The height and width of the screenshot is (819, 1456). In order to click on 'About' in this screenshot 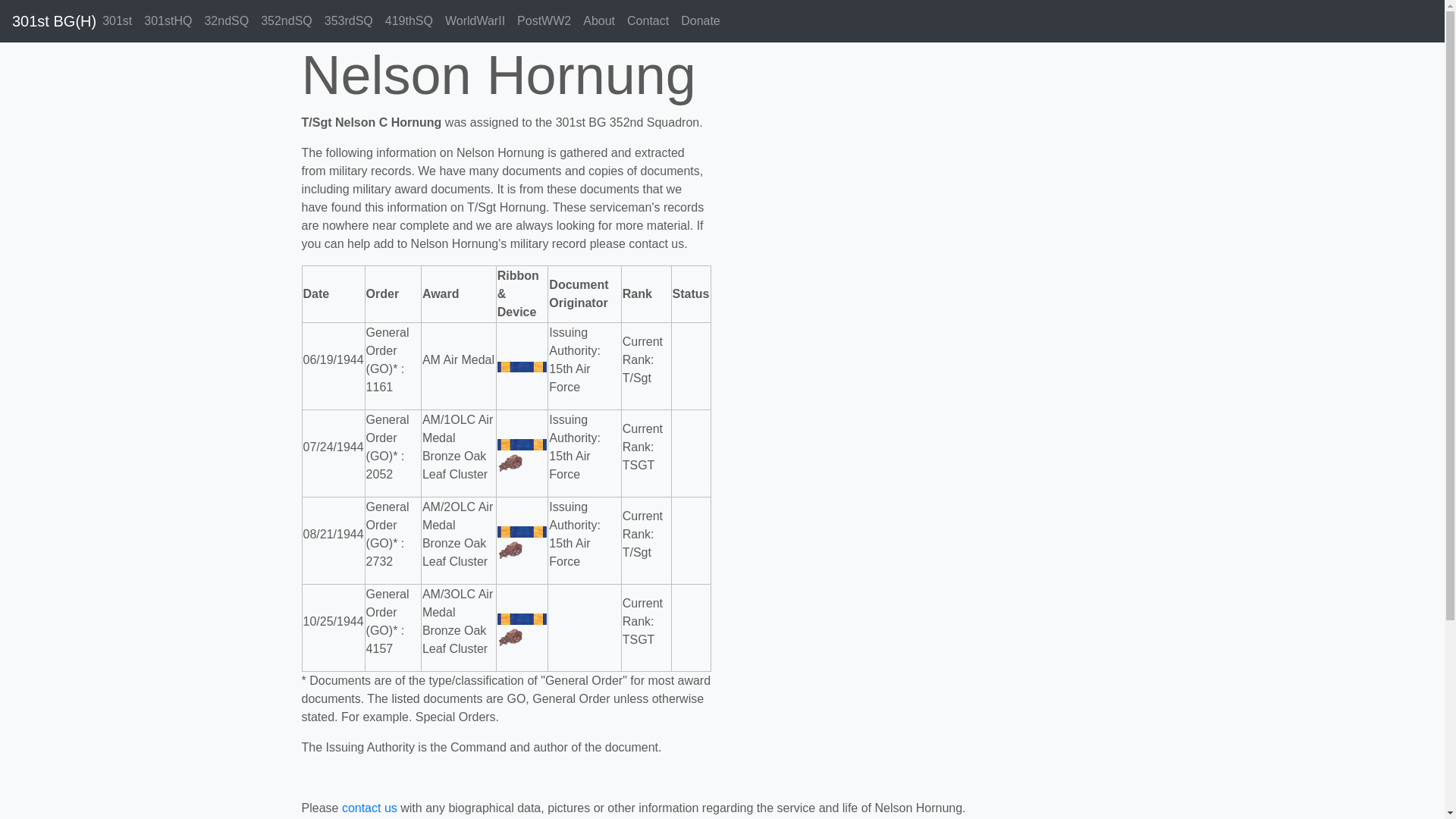, I will do `click(576, 20)`.